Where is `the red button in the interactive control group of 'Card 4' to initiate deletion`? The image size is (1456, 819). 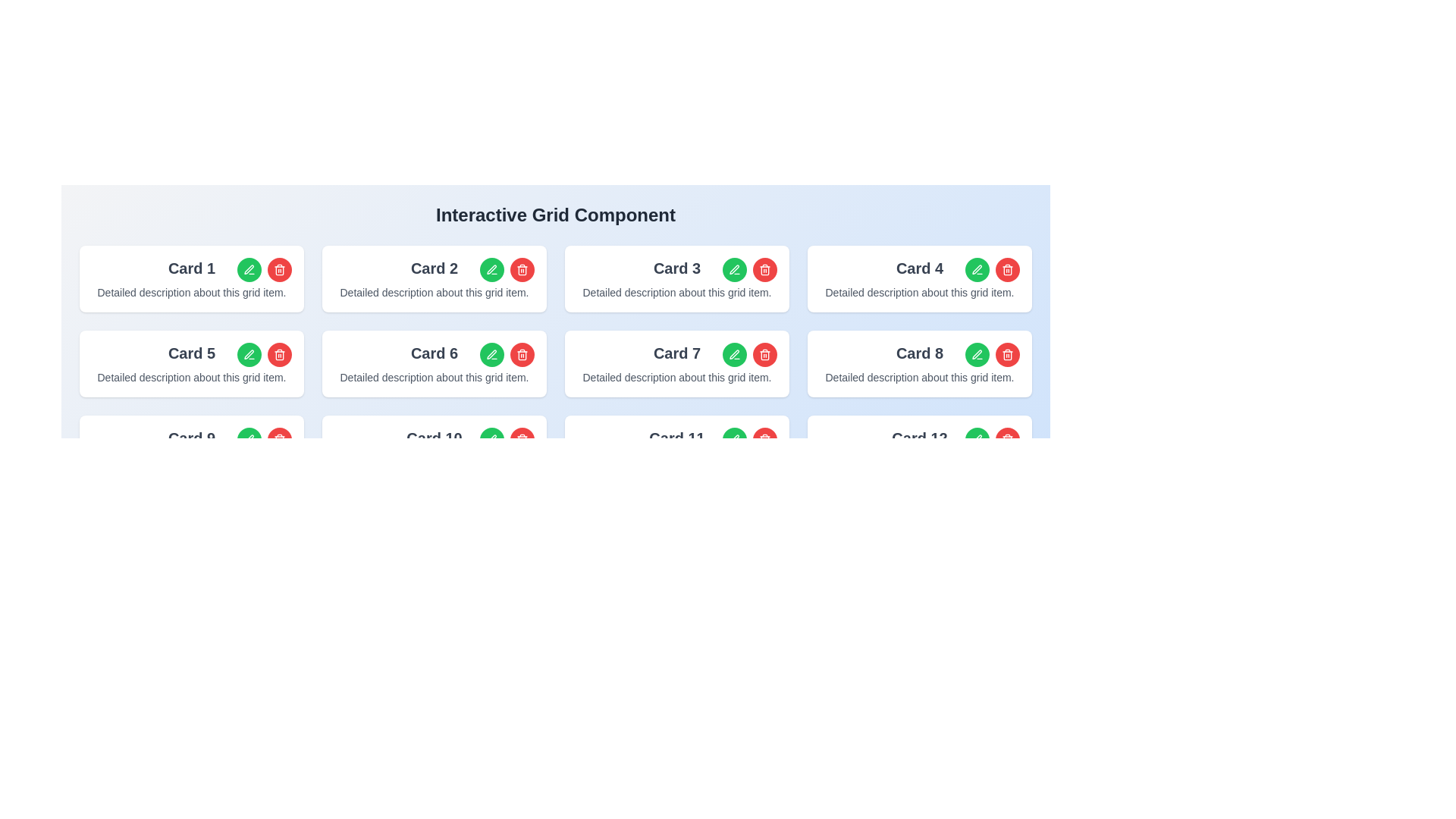 the red button in the interactive control group of 'Card 4' to initiate deletion is located at coordinates (993, 268).